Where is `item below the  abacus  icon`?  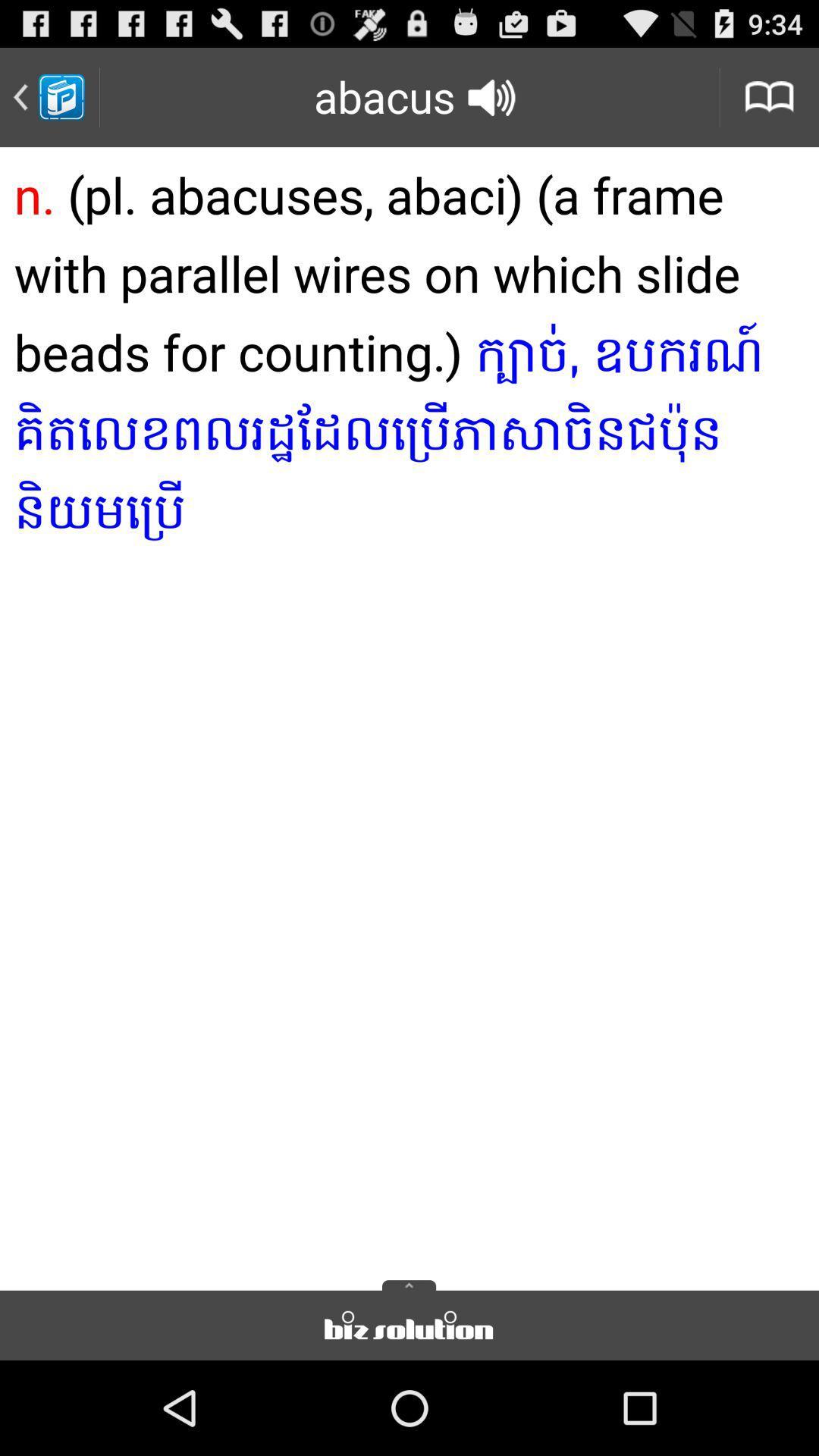 item below the  abacus  icon is located at coordinates (409, 713).